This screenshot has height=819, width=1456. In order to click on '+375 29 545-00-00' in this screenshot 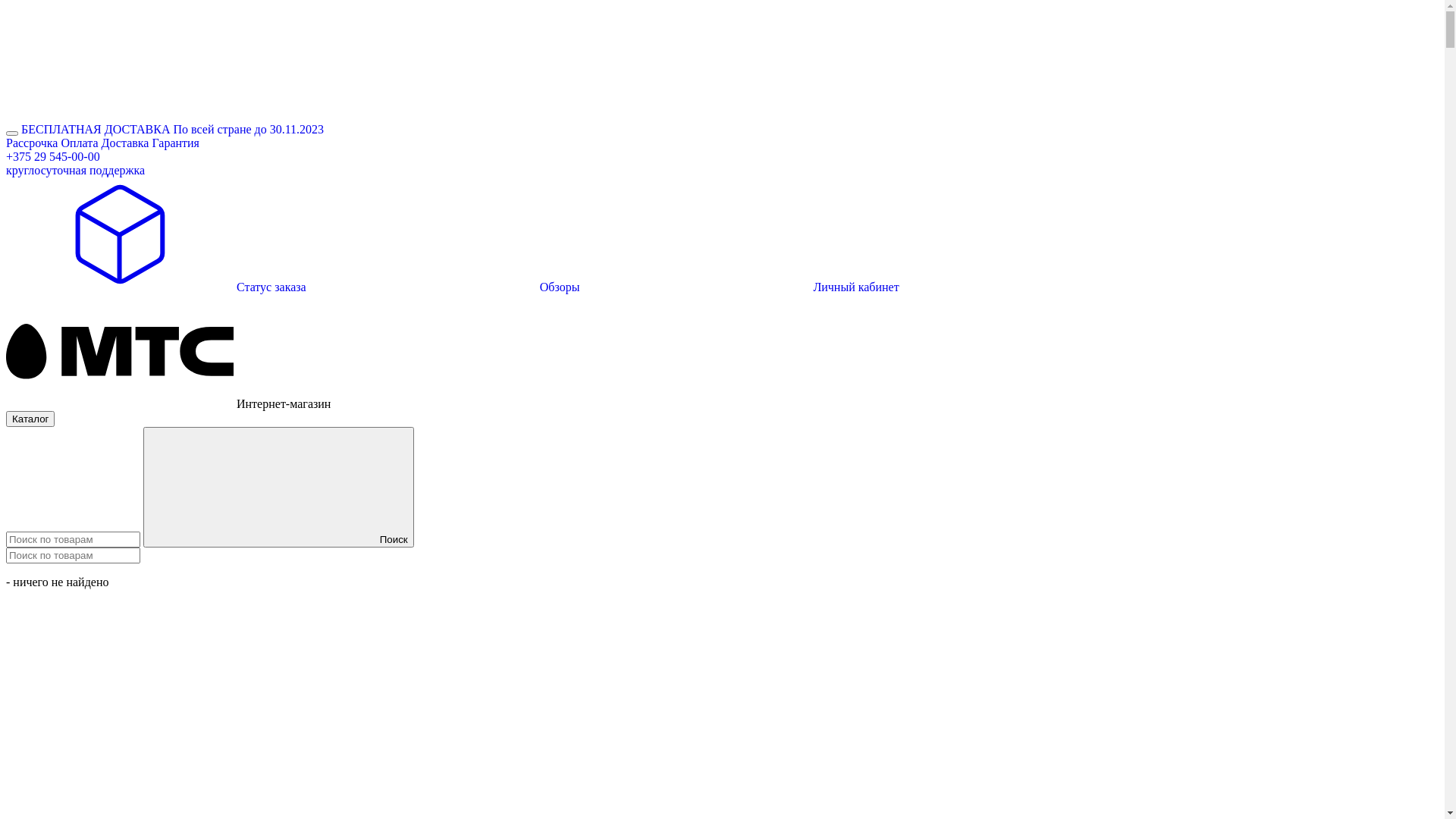, I will do `click(53, 156)`.